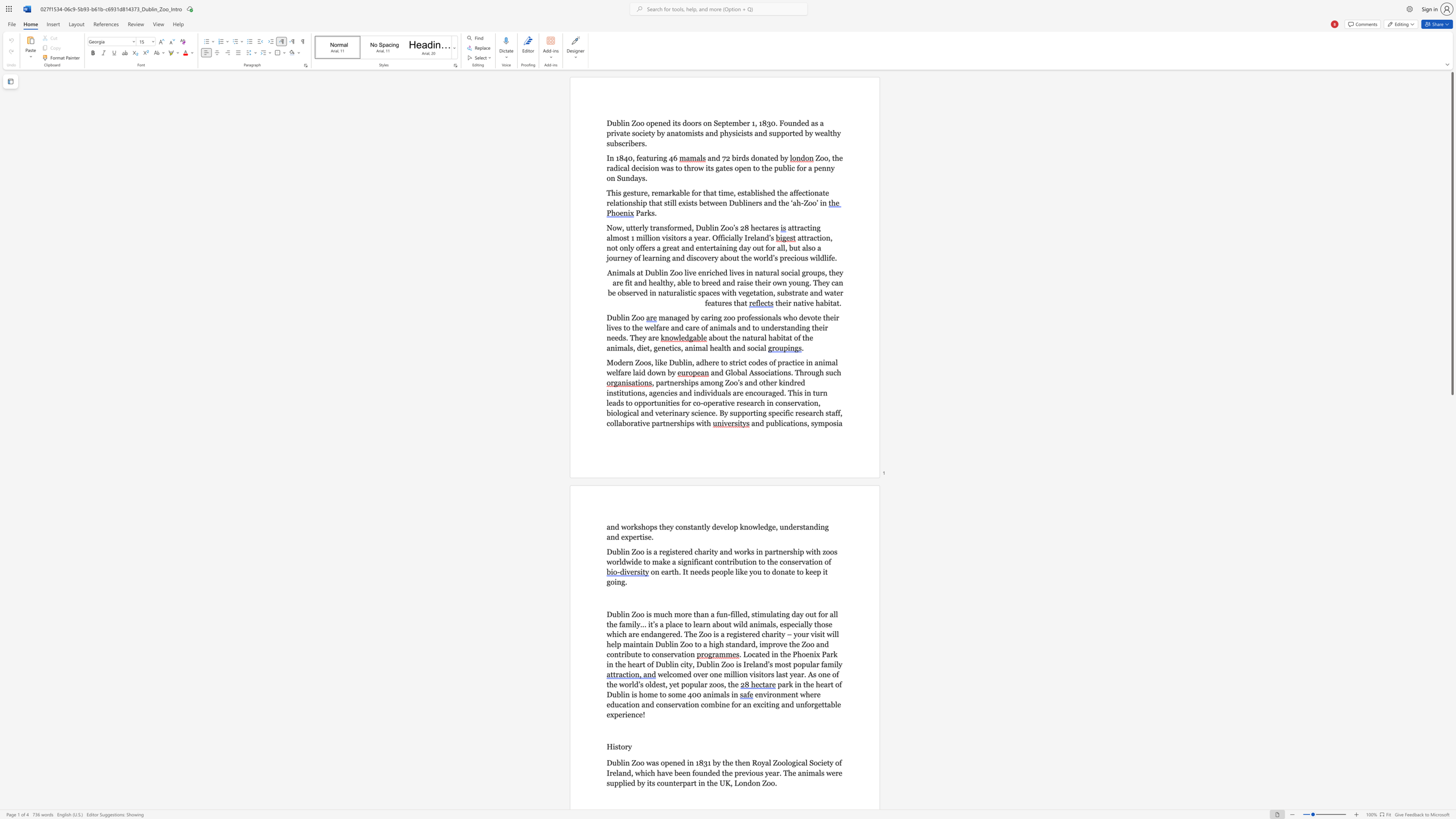 This screenshot has width=1456, height=819. What do you see at coordinates (757, 292) in the screenshot?
I see `the 4th character "a" in the text` at bounding box center [757, 292].